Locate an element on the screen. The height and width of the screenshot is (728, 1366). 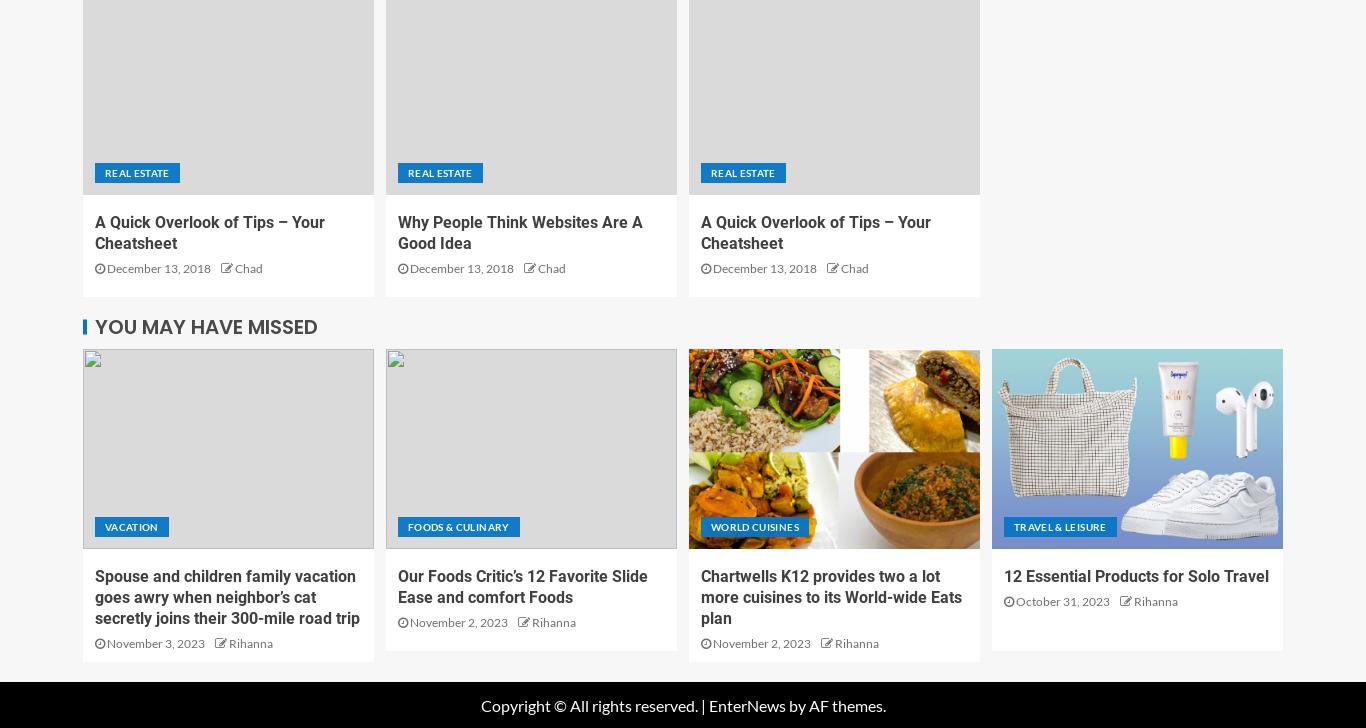
'Why People Think Websites Are A Good Idea' is located at coordinates (520, 231).